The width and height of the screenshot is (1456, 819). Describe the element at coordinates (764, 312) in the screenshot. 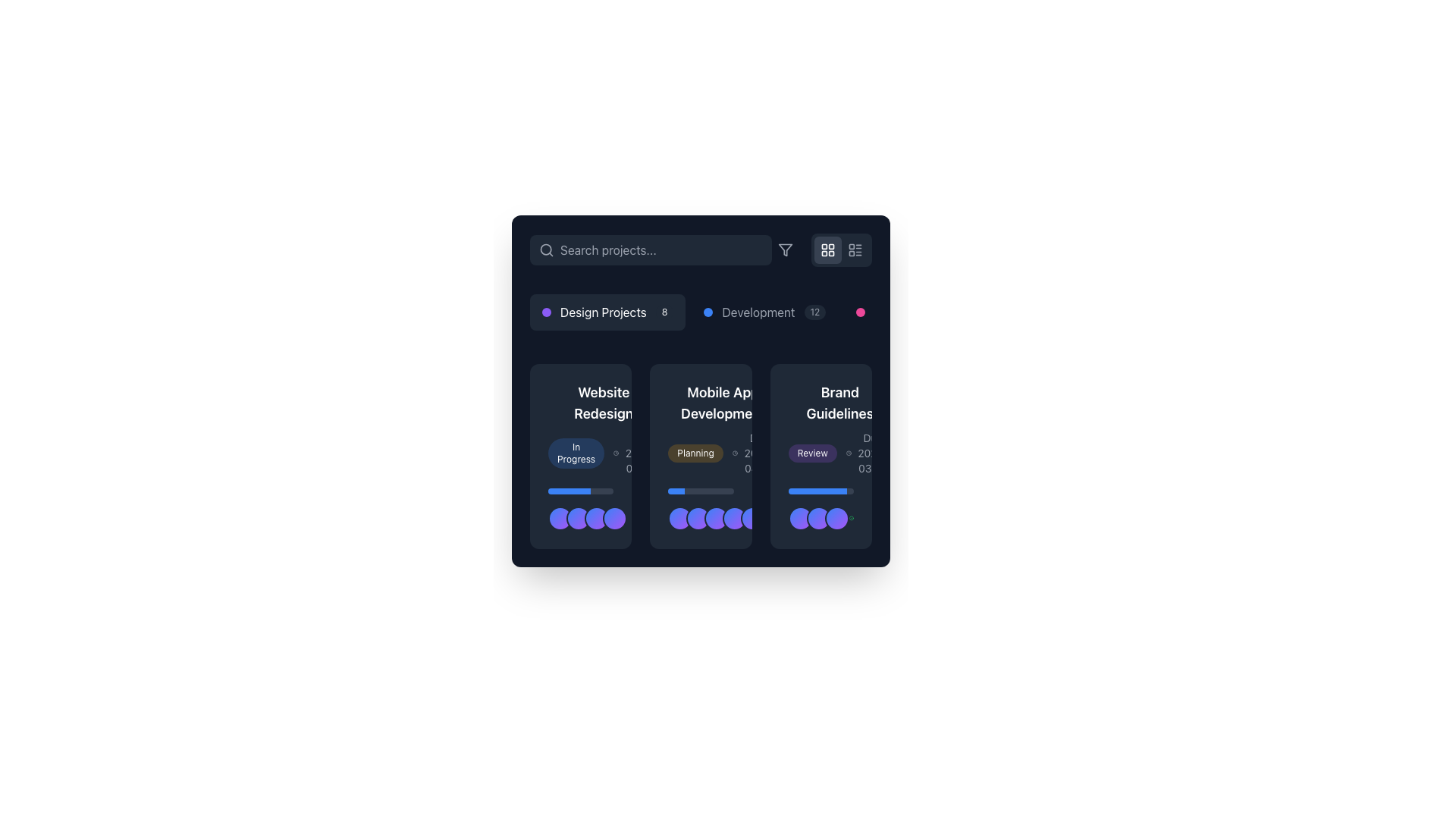

I see `the 'Development' selectable button in the horizontal navigation bar` at that location.